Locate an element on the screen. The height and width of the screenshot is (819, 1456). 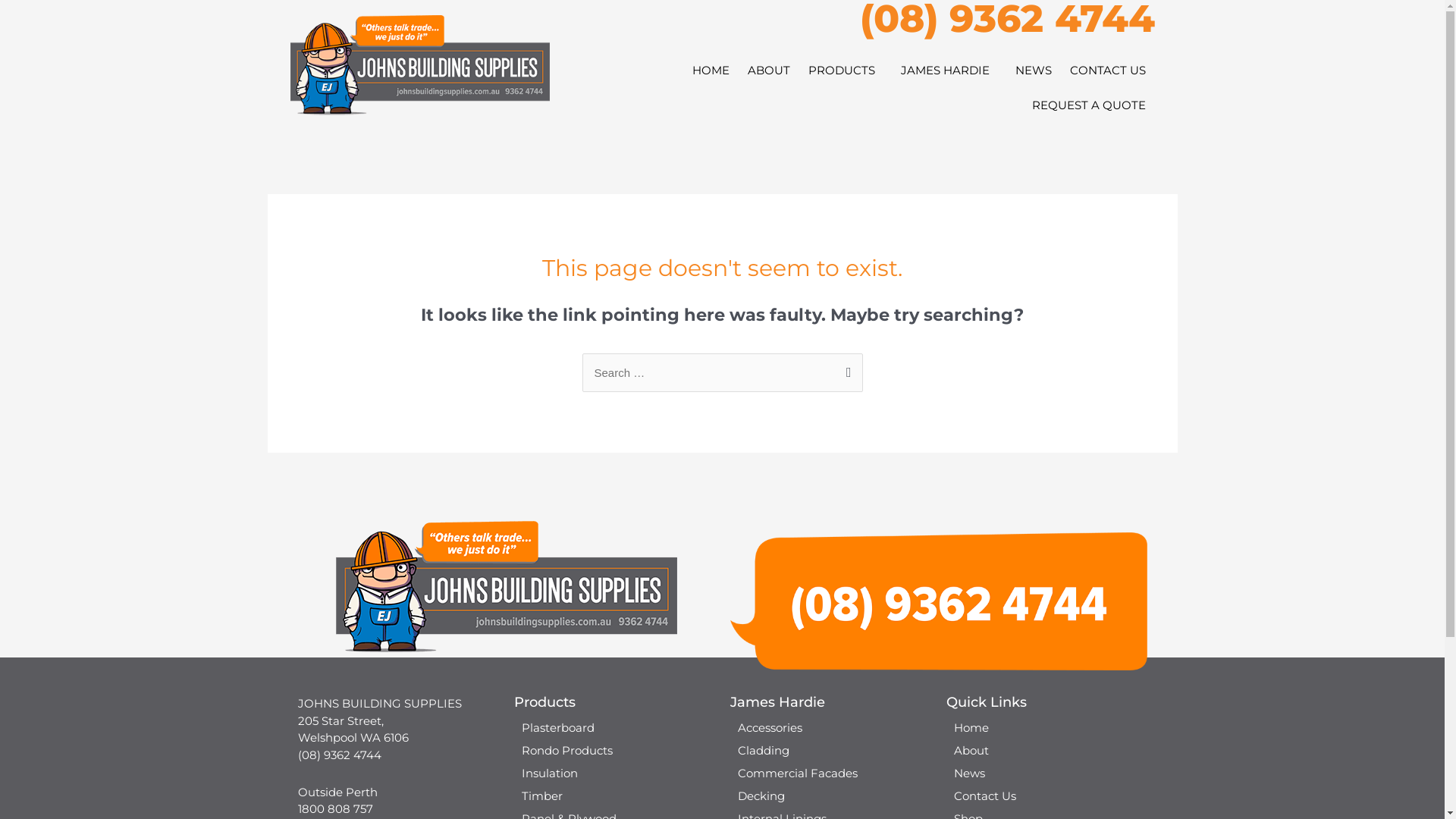
'Rondo Products' is located at coordinates (614, 751).